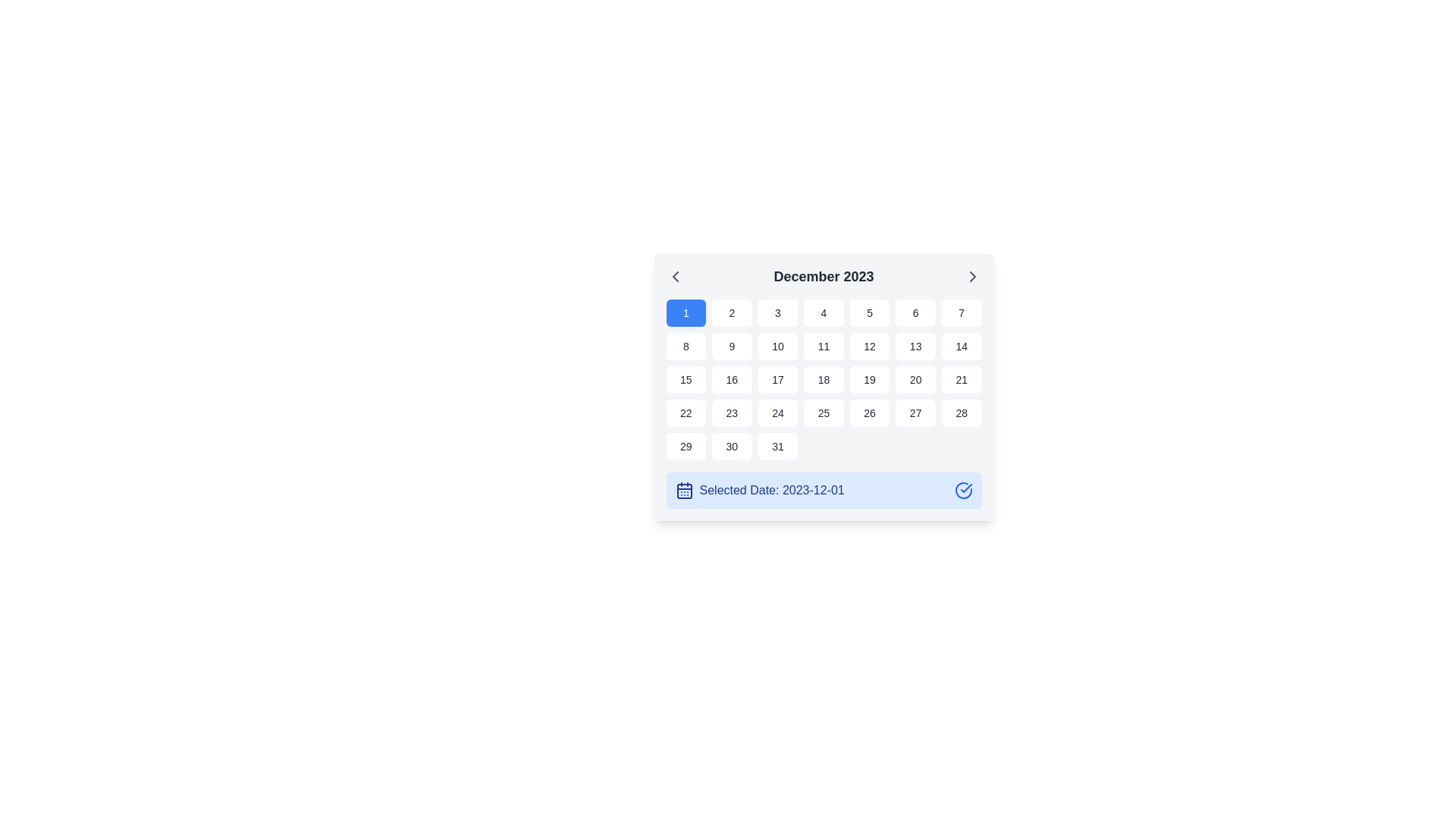  What do you see at coordinates (823, 312) in the screenshot?
I see `the button displaying the number '4' in the calendar grid` at bounding box center [823, 312].